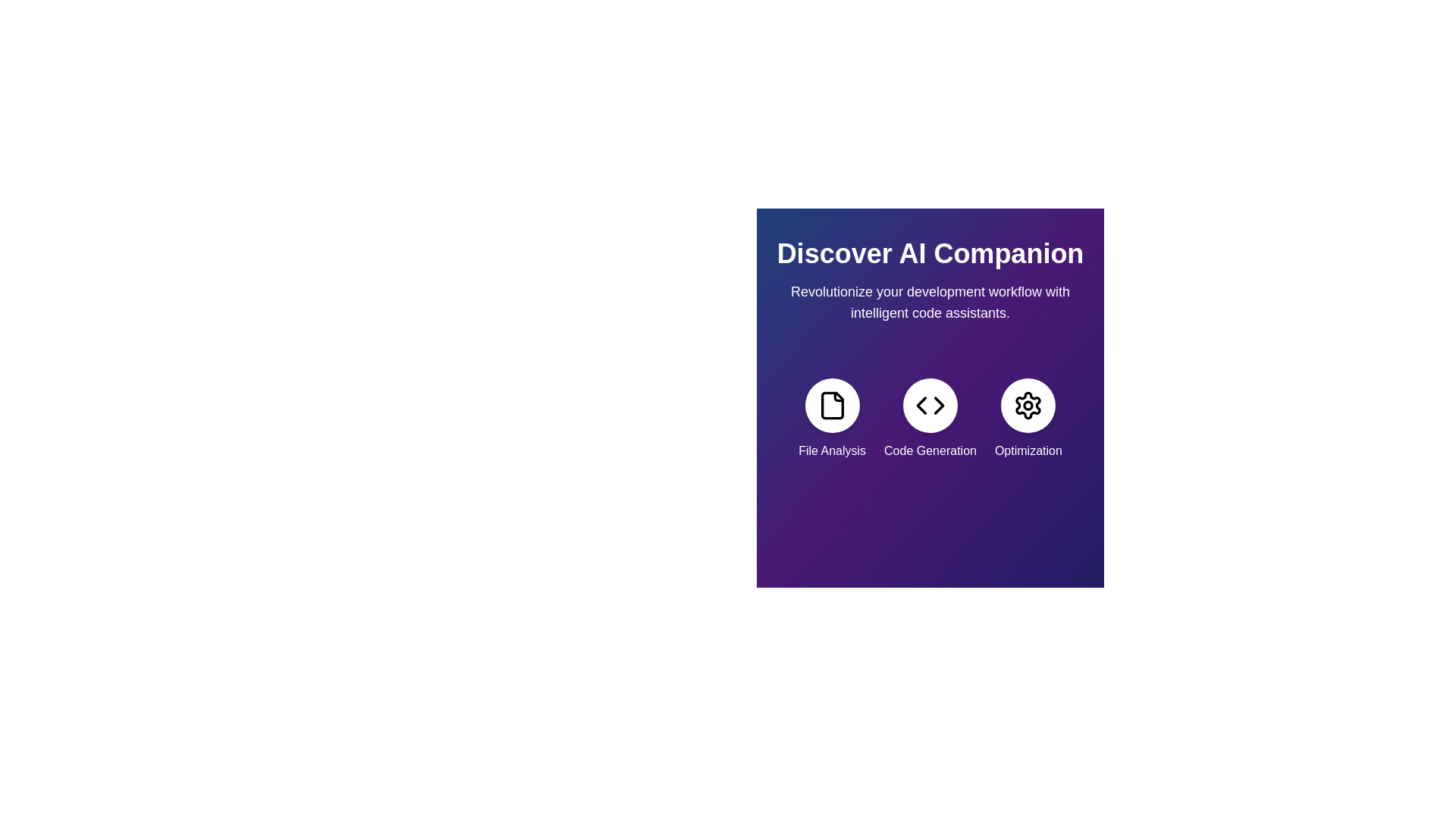 The height and width of the screenshot is (819, 1456). Describe the element at coordinates (930, 281) in the screenshot. I see `the Text block titled 'Discover AI Companion' which has a paragraph describing its features` at that location.